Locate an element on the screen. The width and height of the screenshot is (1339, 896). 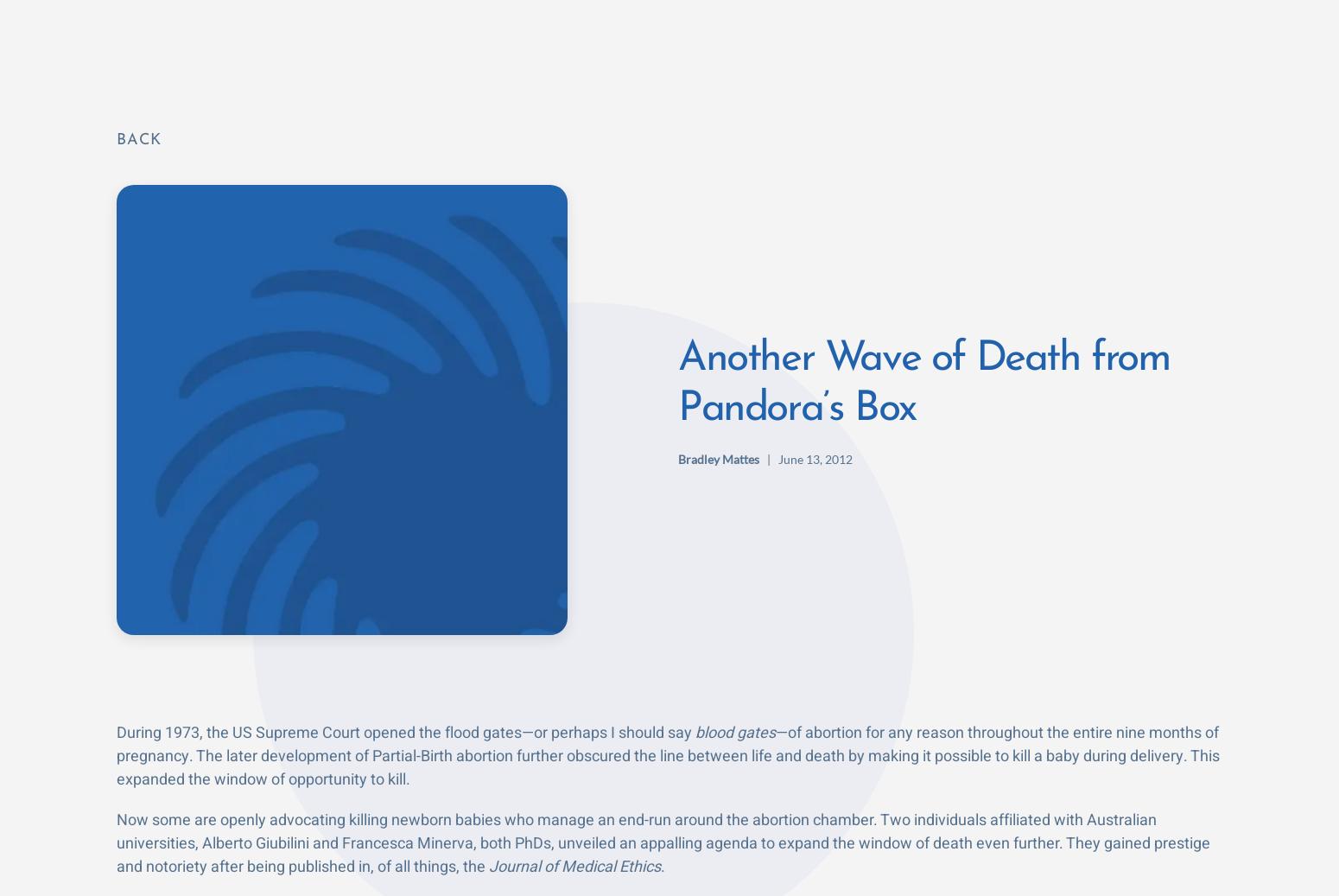
'Further, these “ethicists” give no time frame at which a born person gains this awareness and deserves to live. It’s an open-ended death sentence that would be carried out at whim by the parents and physician.' is located at coordinates (660, 250).